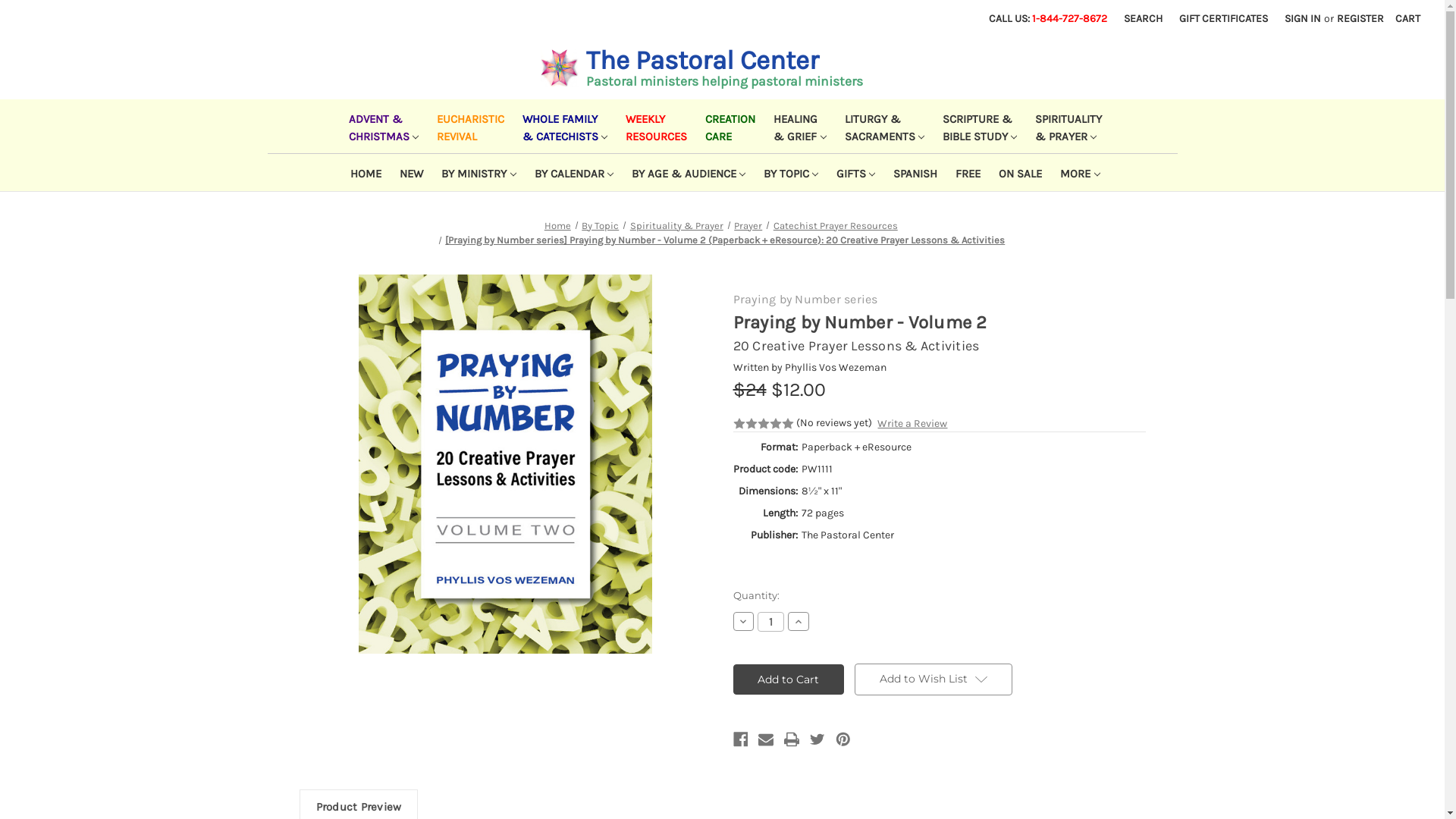  Describe the element at coordinates (787, 620) in the screenshot. I see `'Increase Quantity:'` at that location.